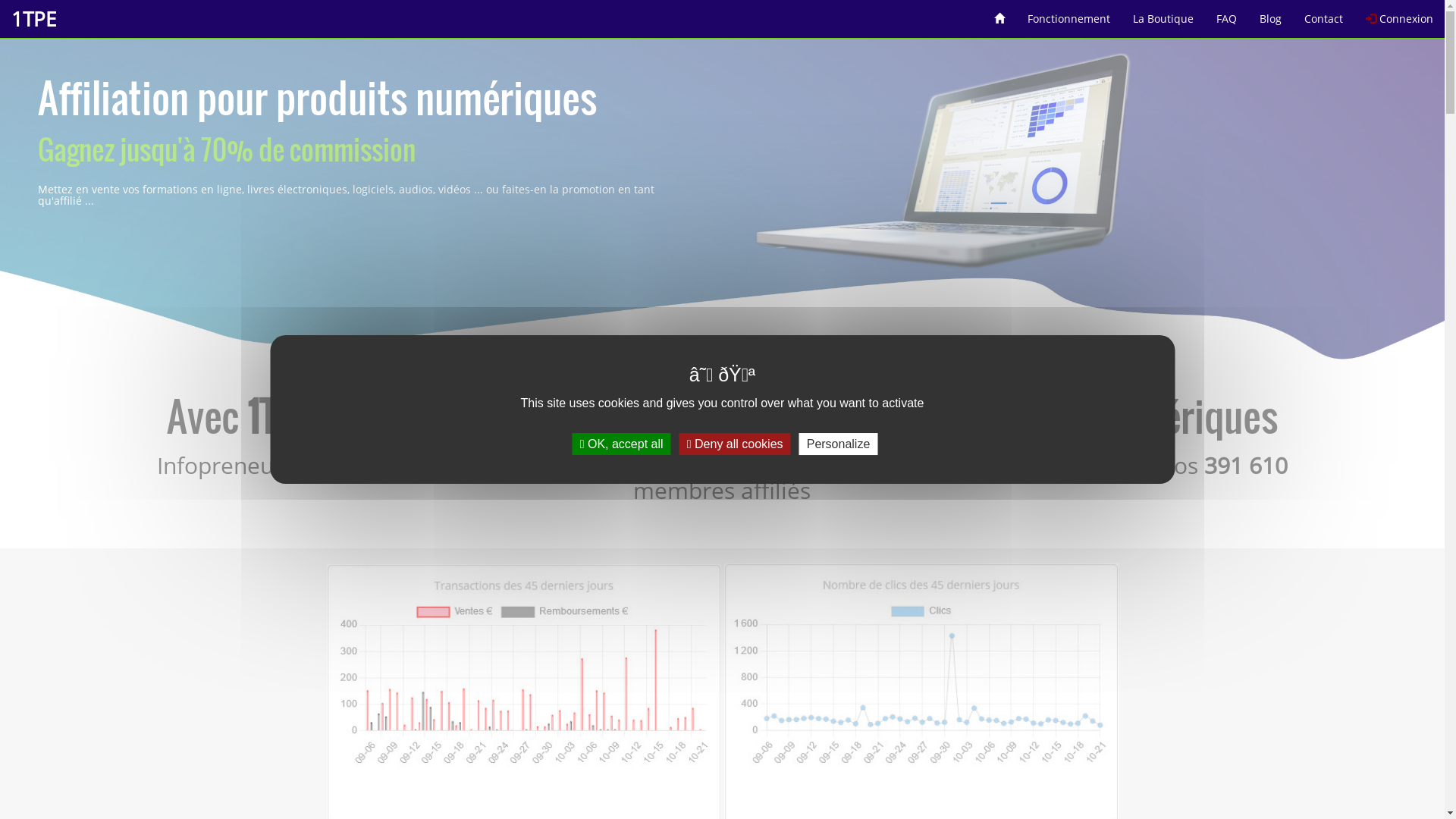 The height and width of the screenshot is (819, 1456). I want to click on 'Connexion', so click(1354, 13).